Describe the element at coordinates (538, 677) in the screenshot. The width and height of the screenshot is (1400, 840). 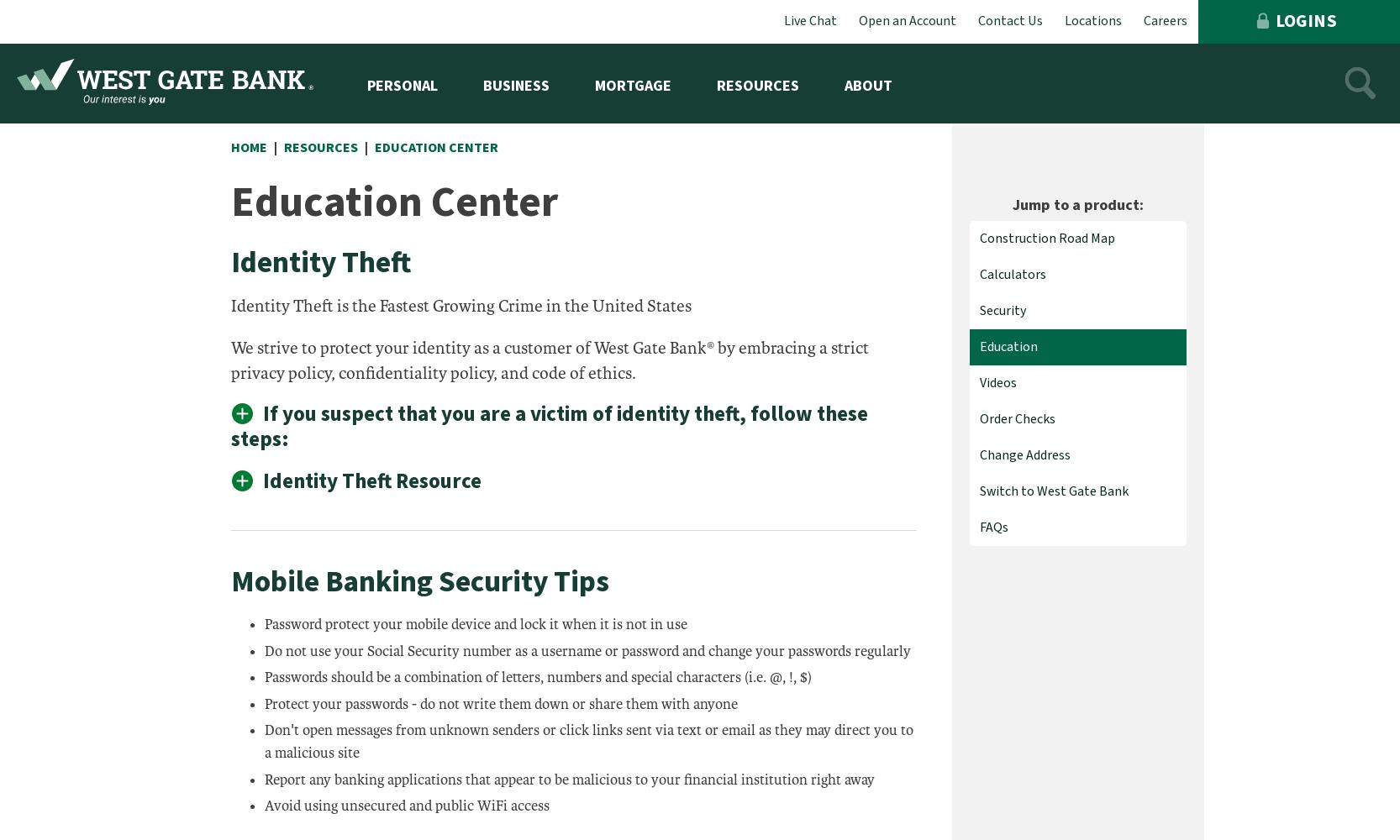
I see `'Passwords should be a combination of letters, numbers and special characters (i.e. @, !, $)'` at that location.